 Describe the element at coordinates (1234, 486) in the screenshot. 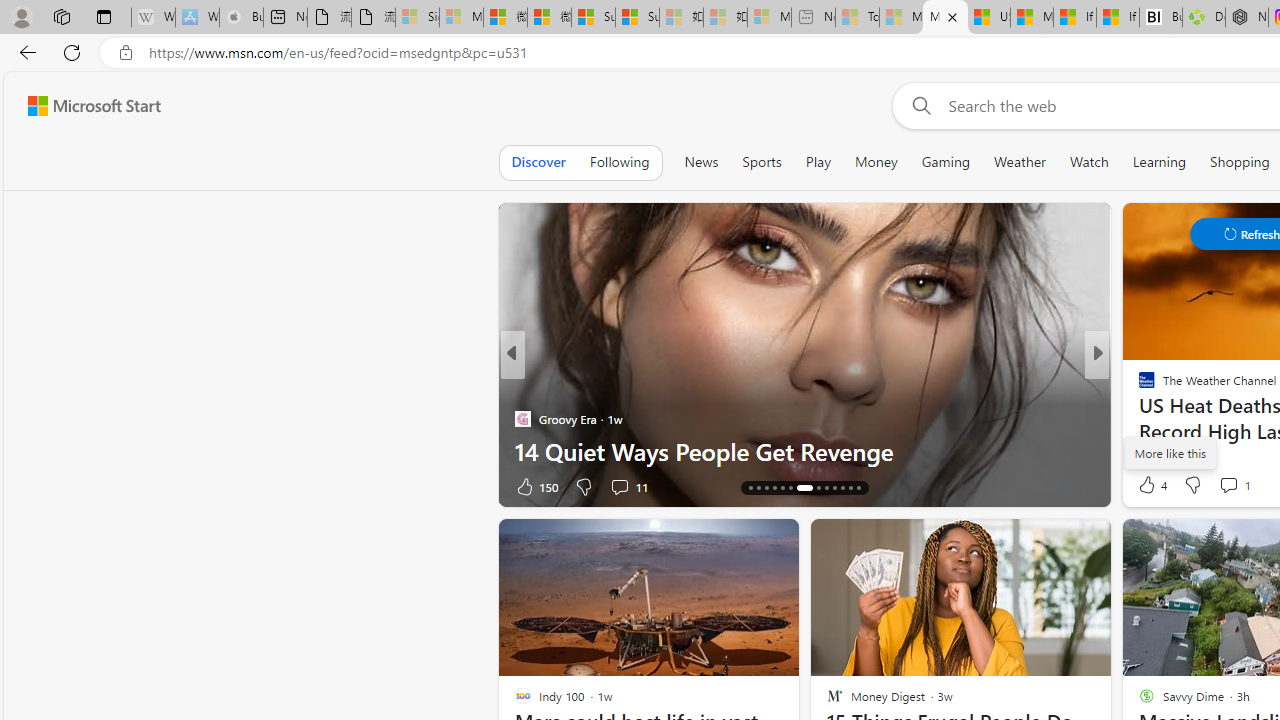

I see `'View comments 3 Comment'` at that location.